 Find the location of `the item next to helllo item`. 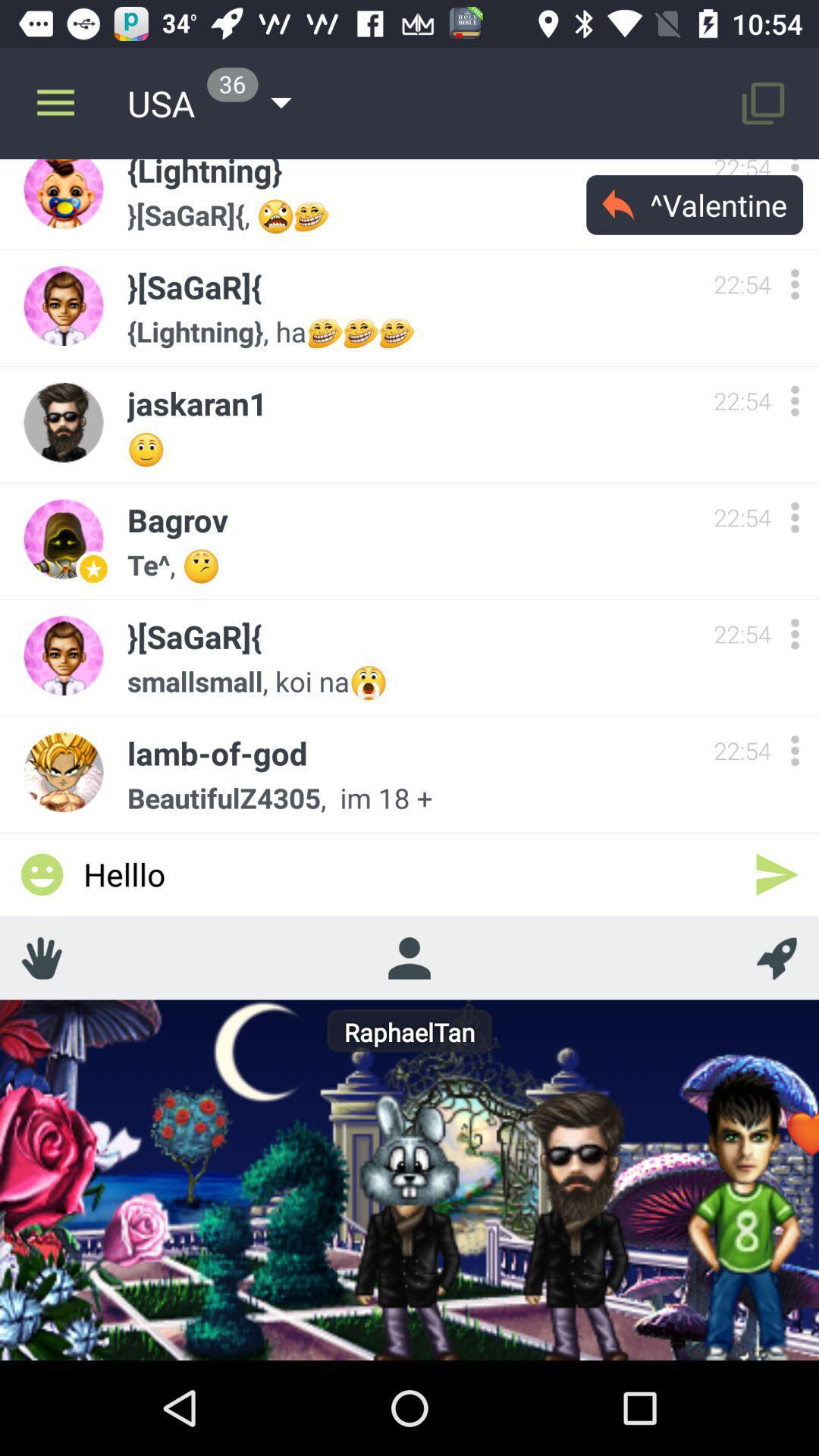

the item next to helllo item is located at coordinates (777, 874).